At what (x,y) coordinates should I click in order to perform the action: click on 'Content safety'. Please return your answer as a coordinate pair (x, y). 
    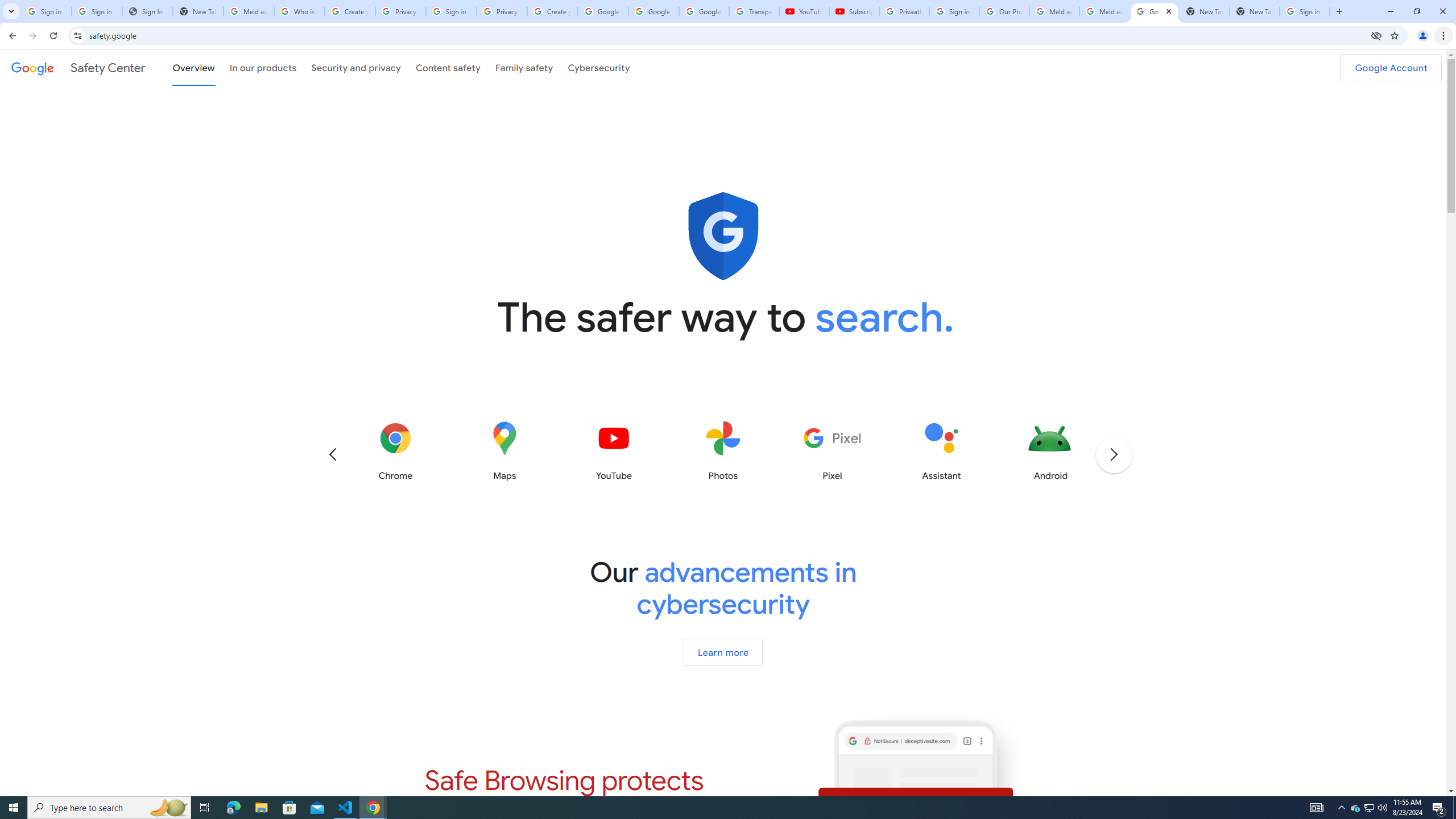
    Looking at the image, I should click on (447, 67).